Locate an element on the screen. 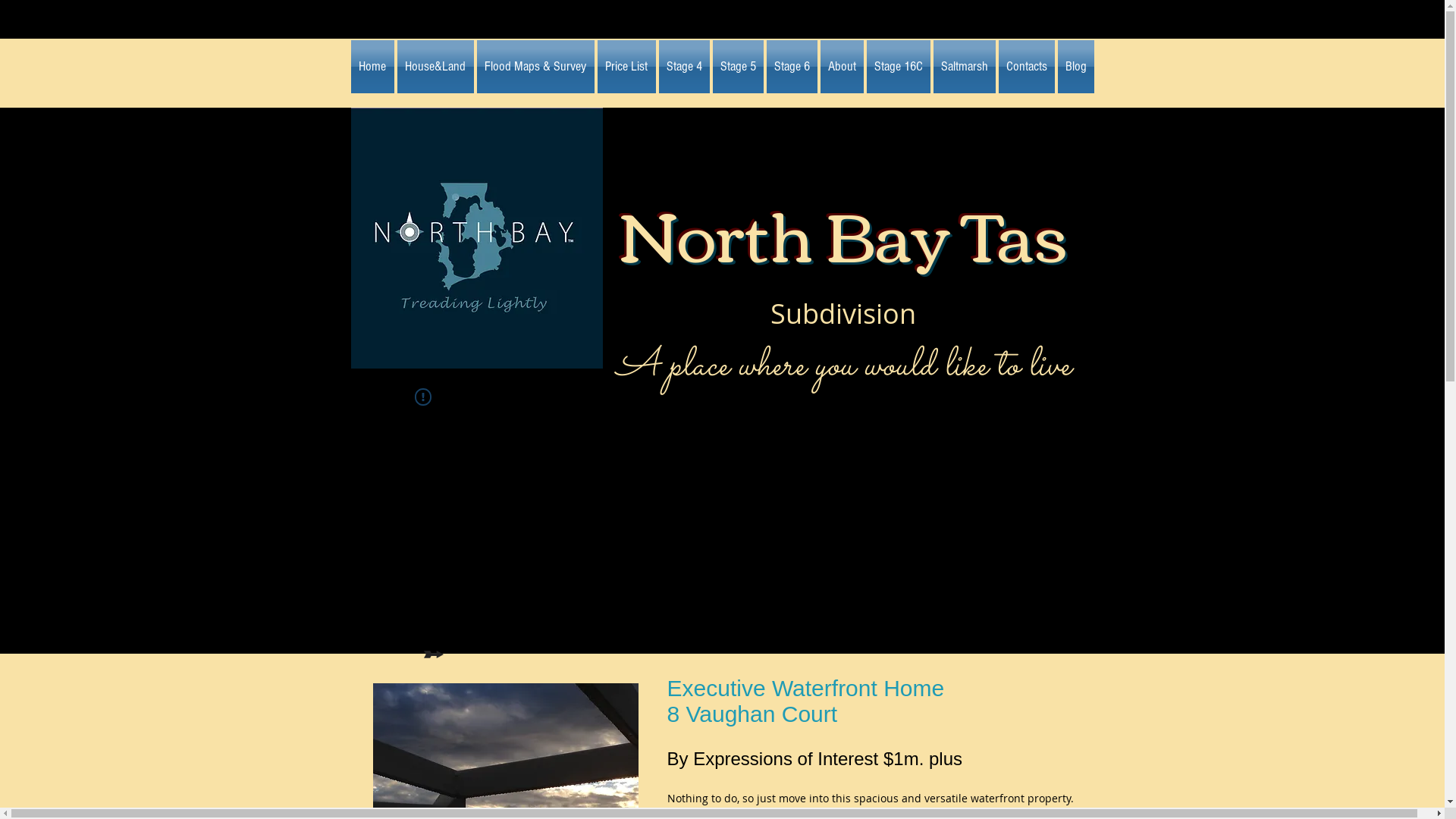 This screenshot has width=1456, height=819. 'Blog' is located at coordinates (1073, 66).